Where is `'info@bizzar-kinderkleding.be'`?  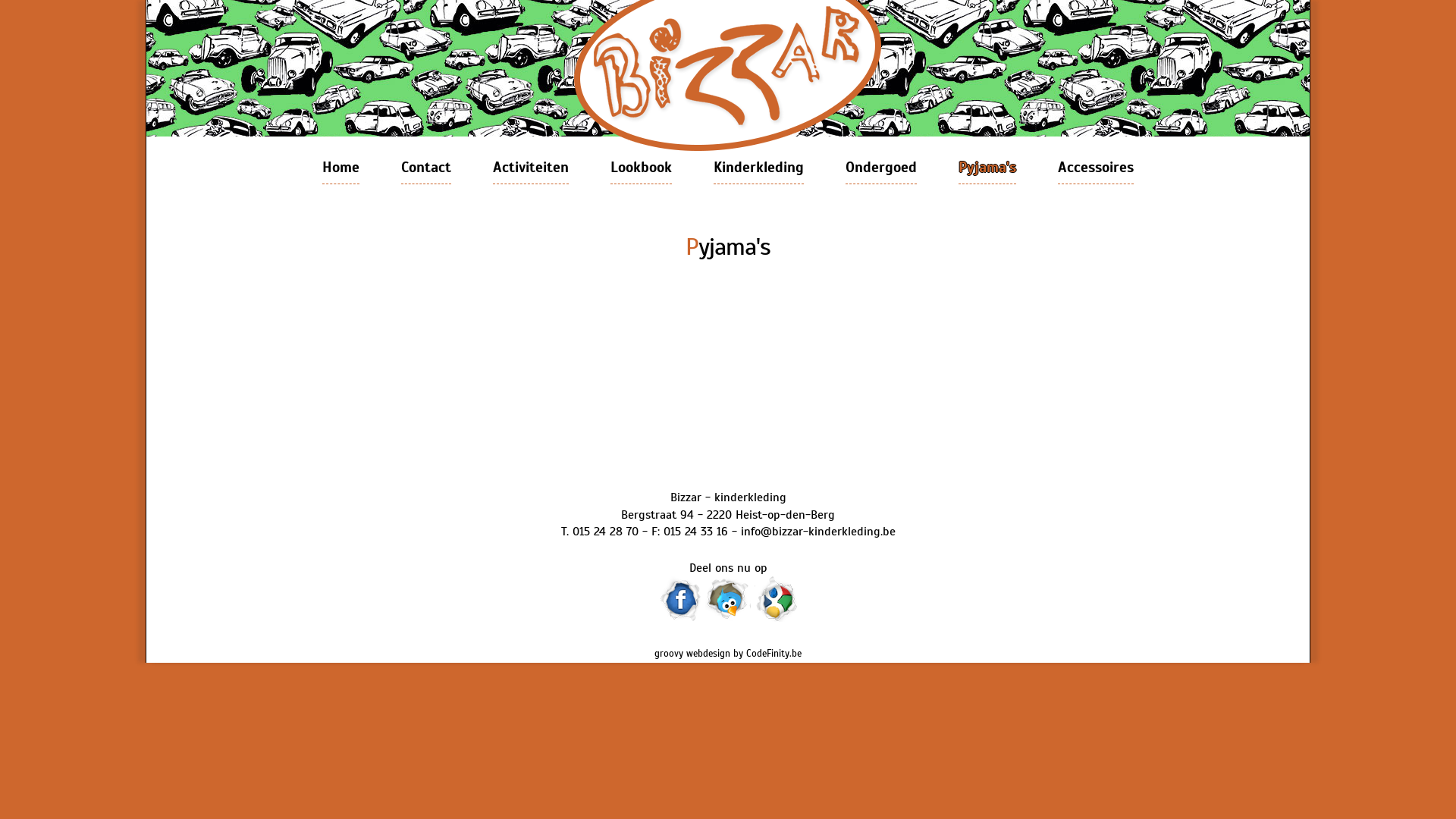 'info@bizzar-kinderkleding.be' is located at coordinates (817, 531).